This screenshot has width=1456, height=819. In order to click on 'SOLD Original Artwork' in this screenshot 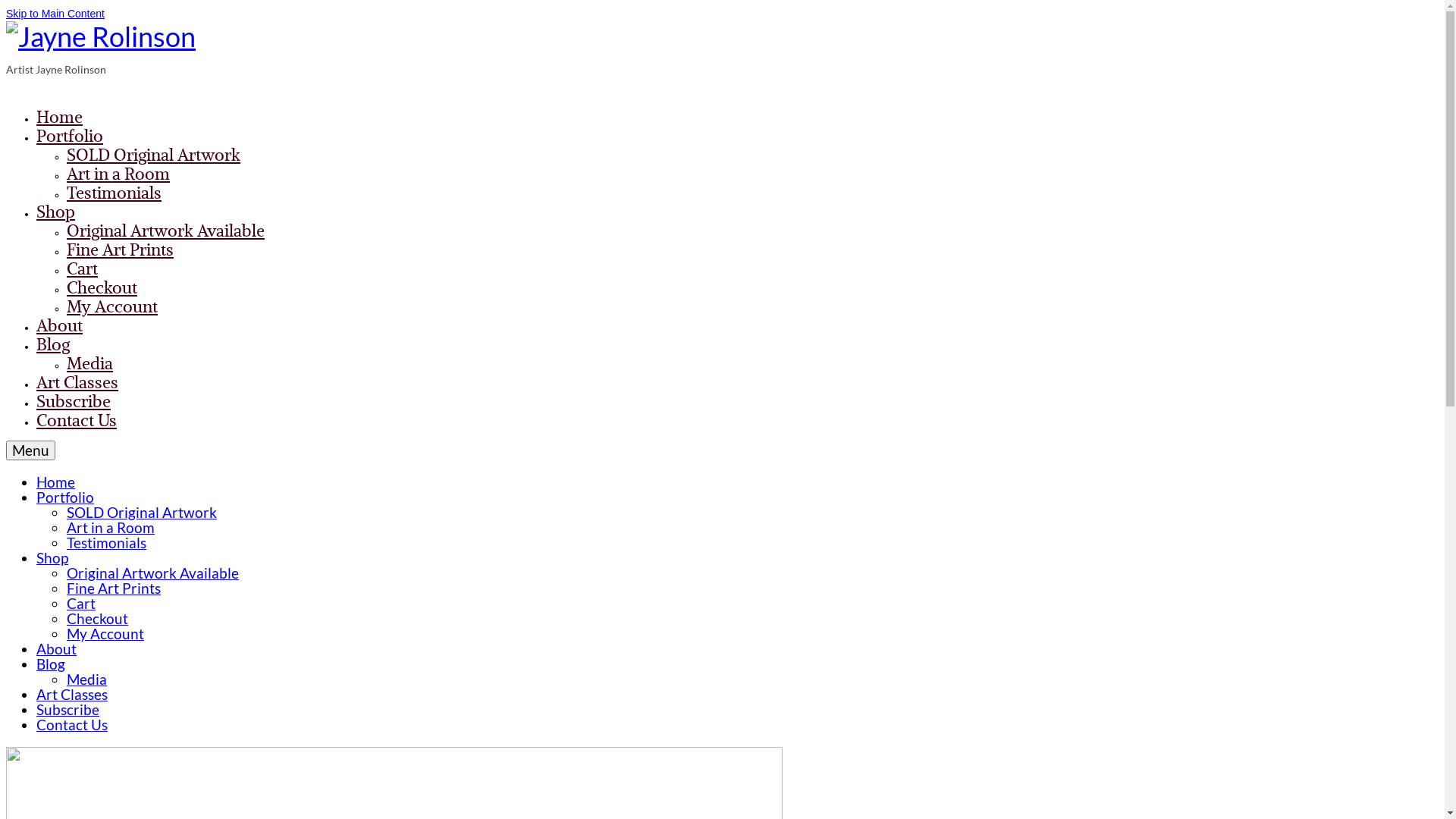, I will do `click(153, 155)`.